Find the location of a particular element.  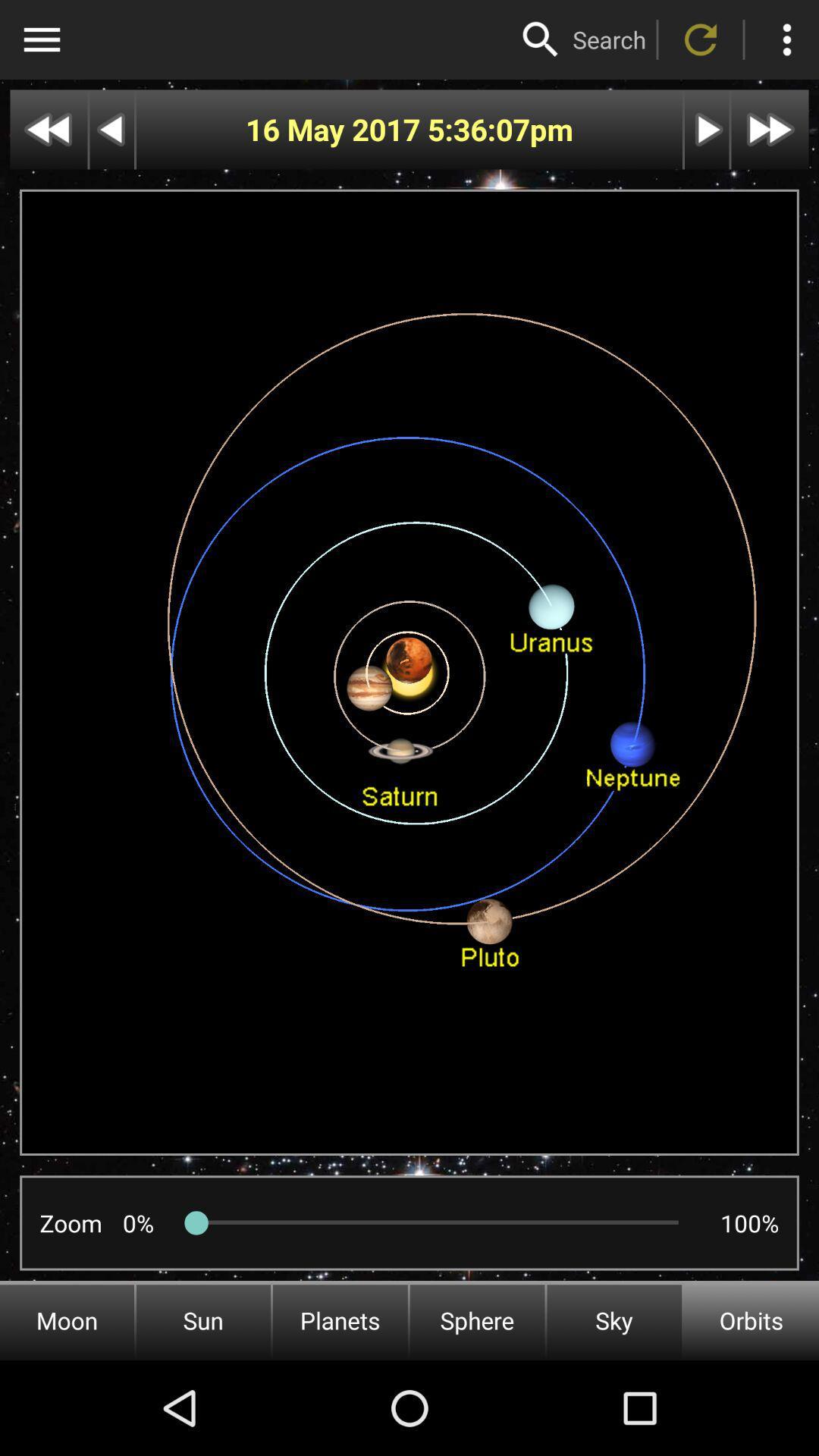

sidebar menu is located at coordinates (41, 39).